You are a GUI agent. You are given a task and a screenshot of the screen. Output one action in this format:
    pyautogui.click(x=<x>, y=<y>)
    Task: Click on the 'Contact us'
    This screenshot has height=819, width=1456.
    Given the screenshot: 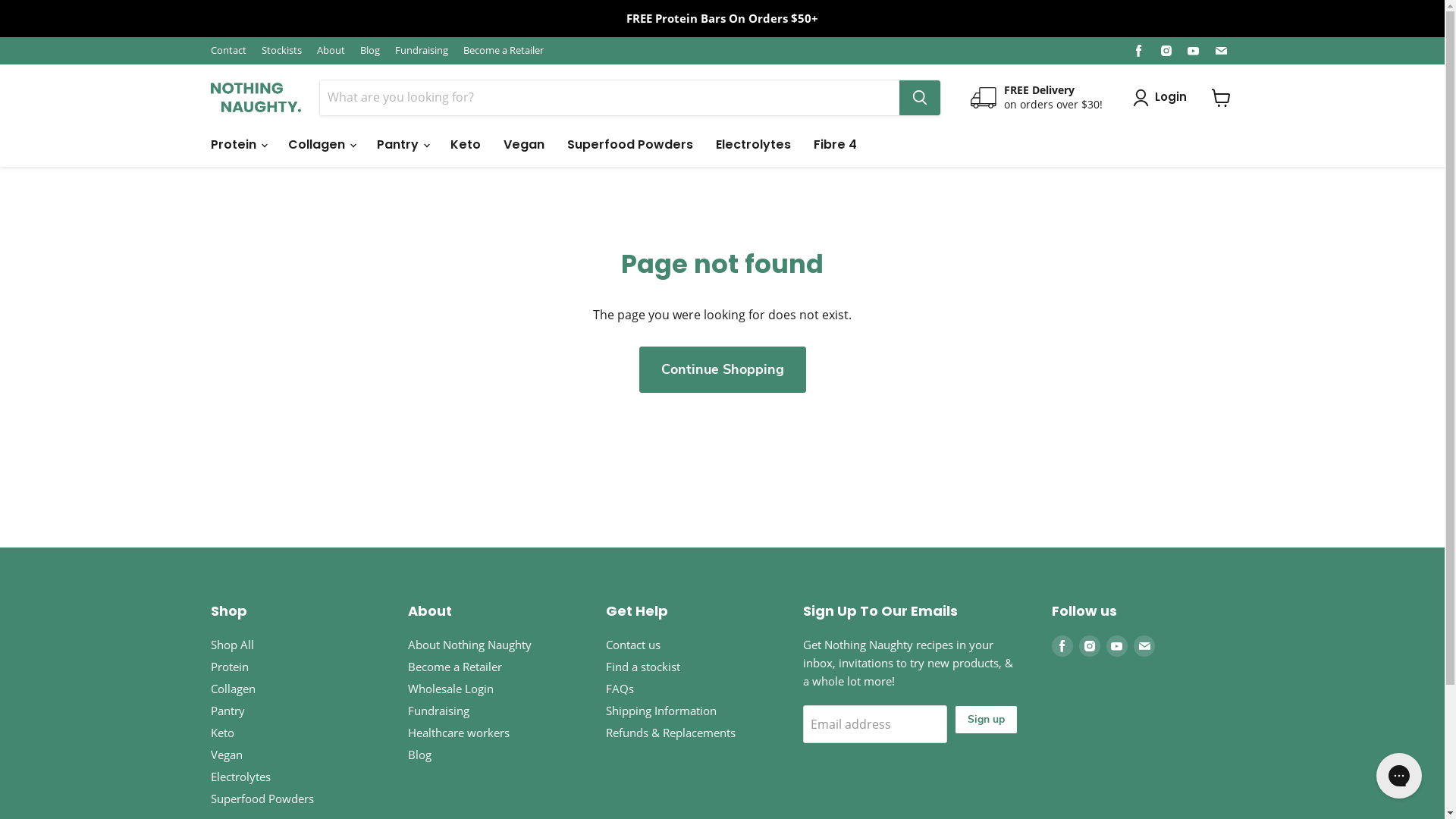 What is the action you would take?
    pyautogui.click(x=632, y=644)
    